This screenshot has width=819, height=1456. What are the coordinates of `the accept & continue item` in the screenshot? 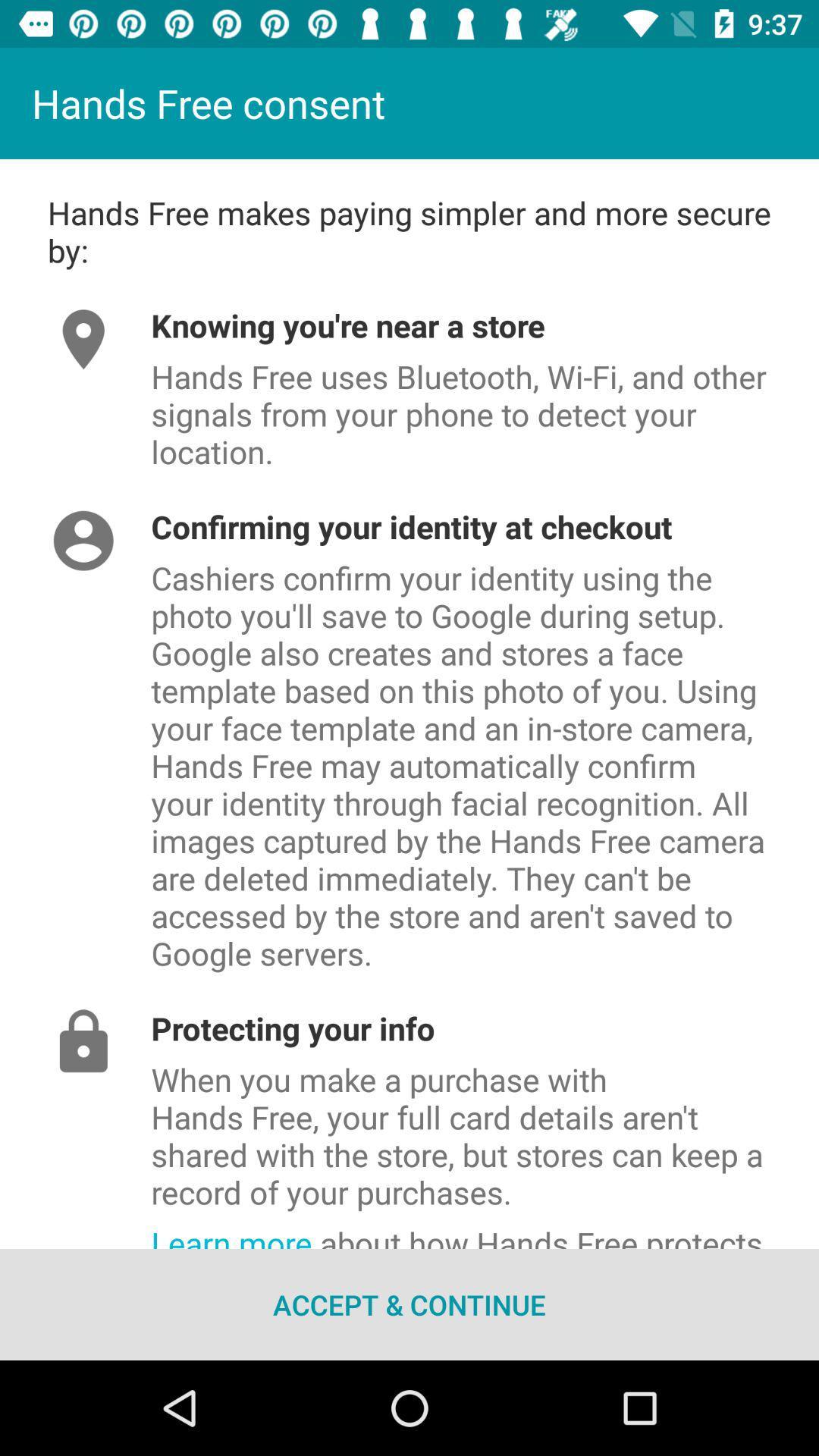 It's located at (409, 1304).